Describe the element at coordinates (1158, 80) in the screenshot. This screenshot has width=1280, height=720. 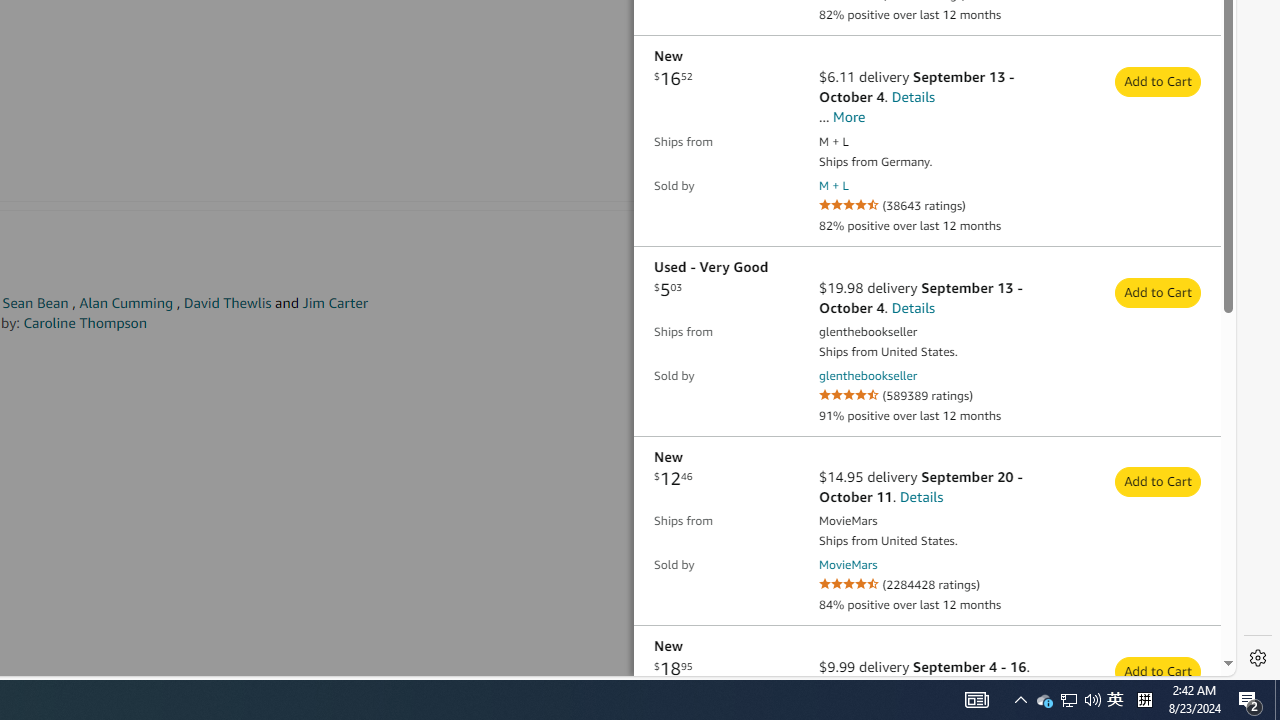
I see `'Add to Cart from seller M + L and price $16.52 '` at that location.